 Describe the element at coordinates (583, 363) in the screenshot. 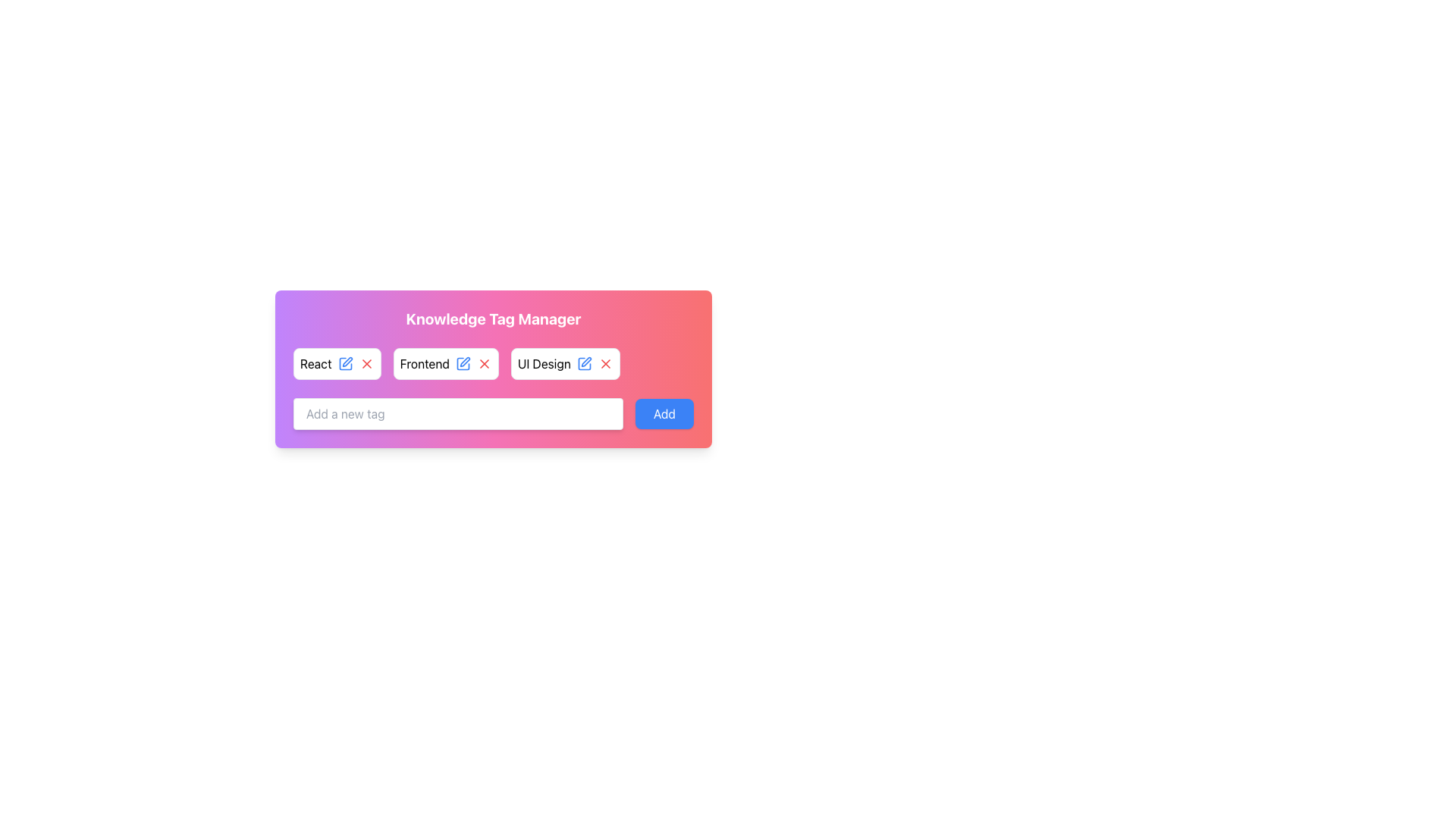

I see `the small blue pen-like icon located within the 'UI Design' tag` at that location.